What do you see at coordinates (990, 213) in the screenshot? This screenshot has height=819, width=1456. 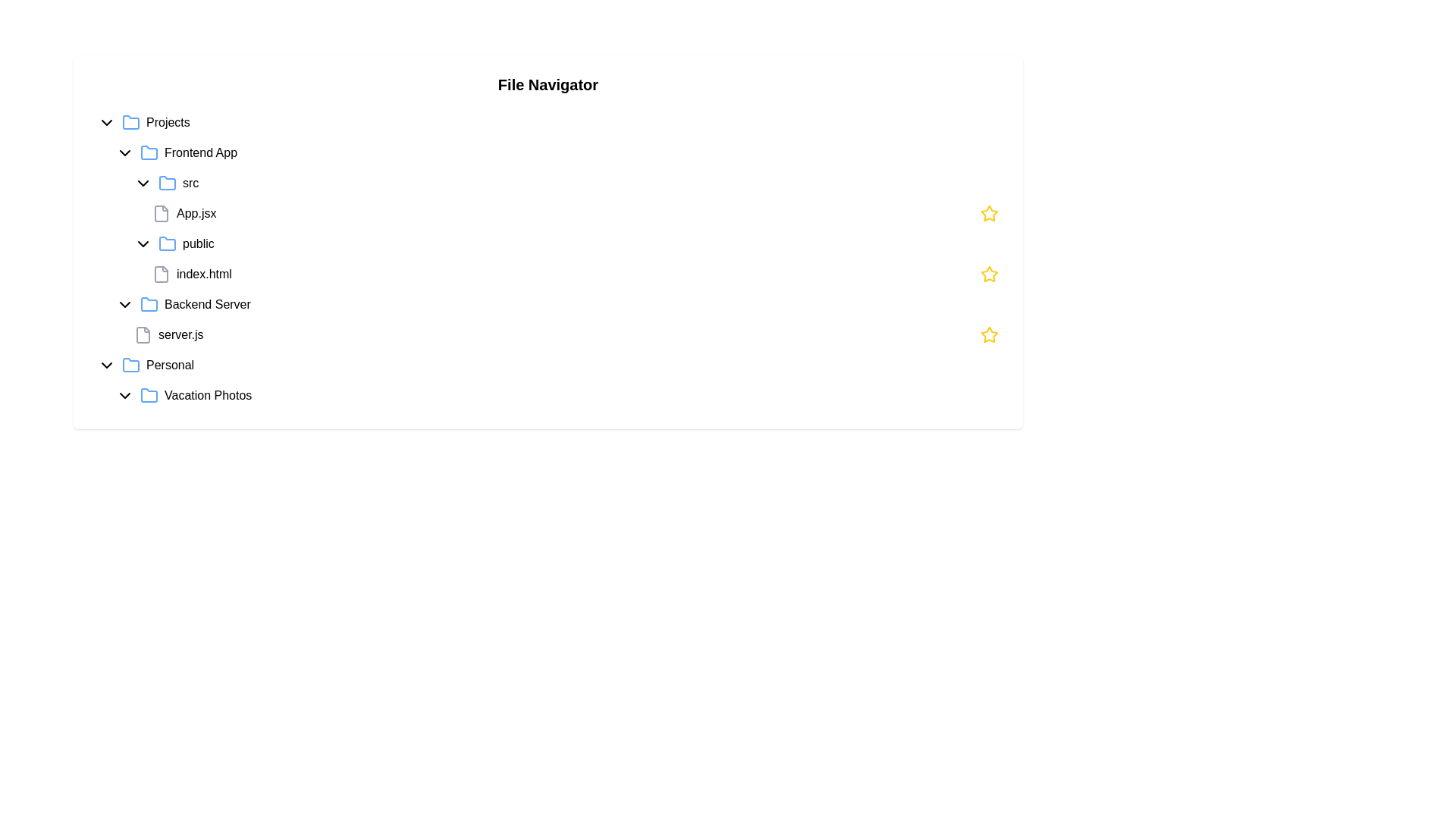 I see `the yellow star icon with a hollow center` at bounding box center [990, 213].